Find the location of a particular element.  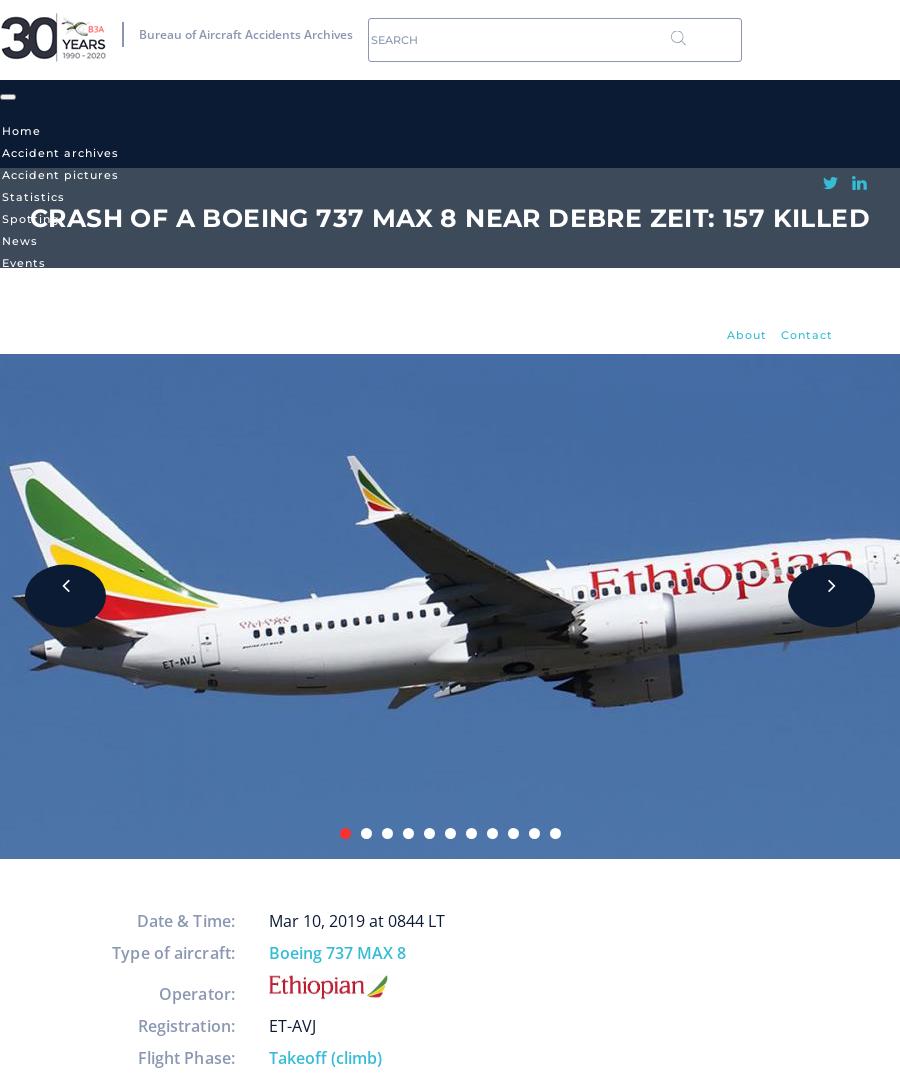

'Boeing 737 MAX 8' is located at coordinates (268, 953).